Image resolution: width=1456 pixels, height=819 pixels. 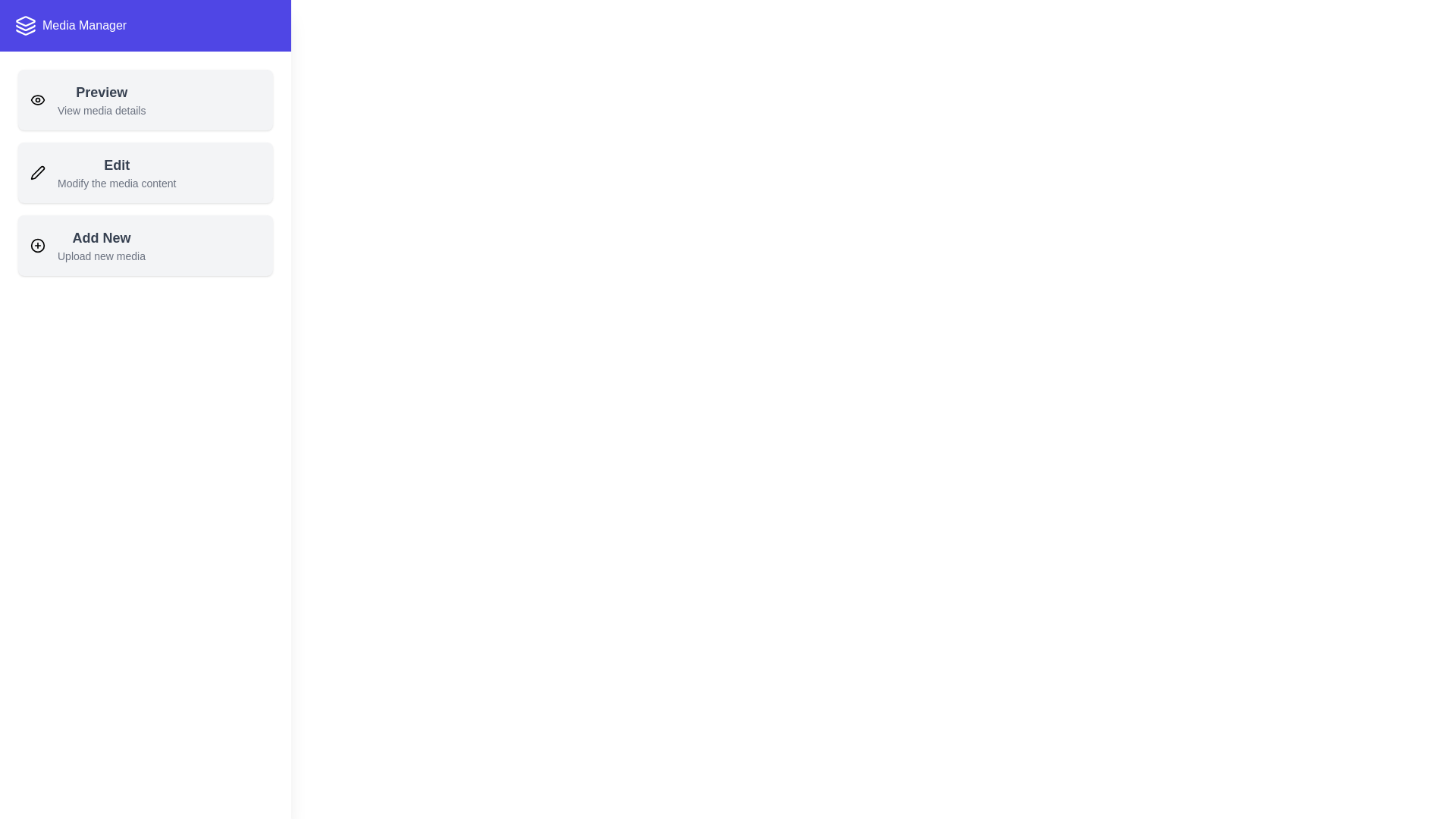 What do you see at coordinates (146, 99) in the screenshot?
I see `the 'Preview' button to view media details` at bounding box center [146, 99].